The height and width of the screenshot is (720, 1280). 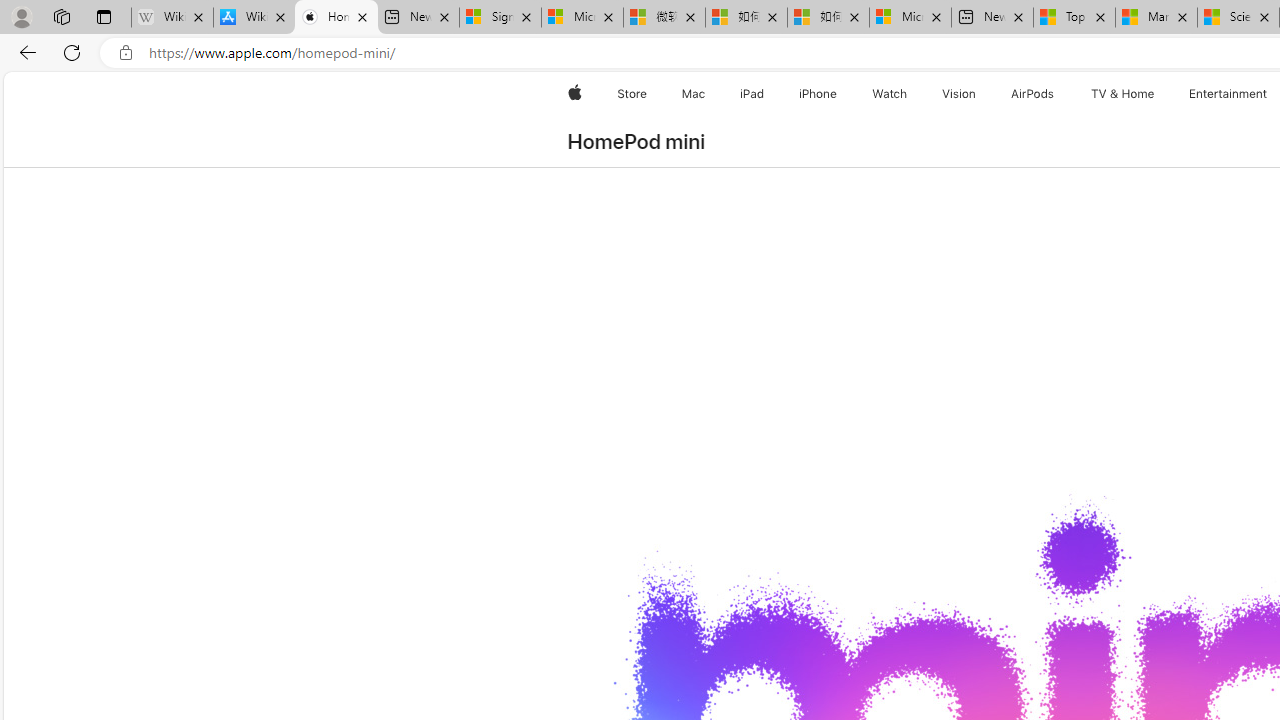 What do you see at coordinates (1158, 93) in the screenshot?
I see `'Class: globalnav-submenu-trigger-item'` at bounding box center [1158, 93].